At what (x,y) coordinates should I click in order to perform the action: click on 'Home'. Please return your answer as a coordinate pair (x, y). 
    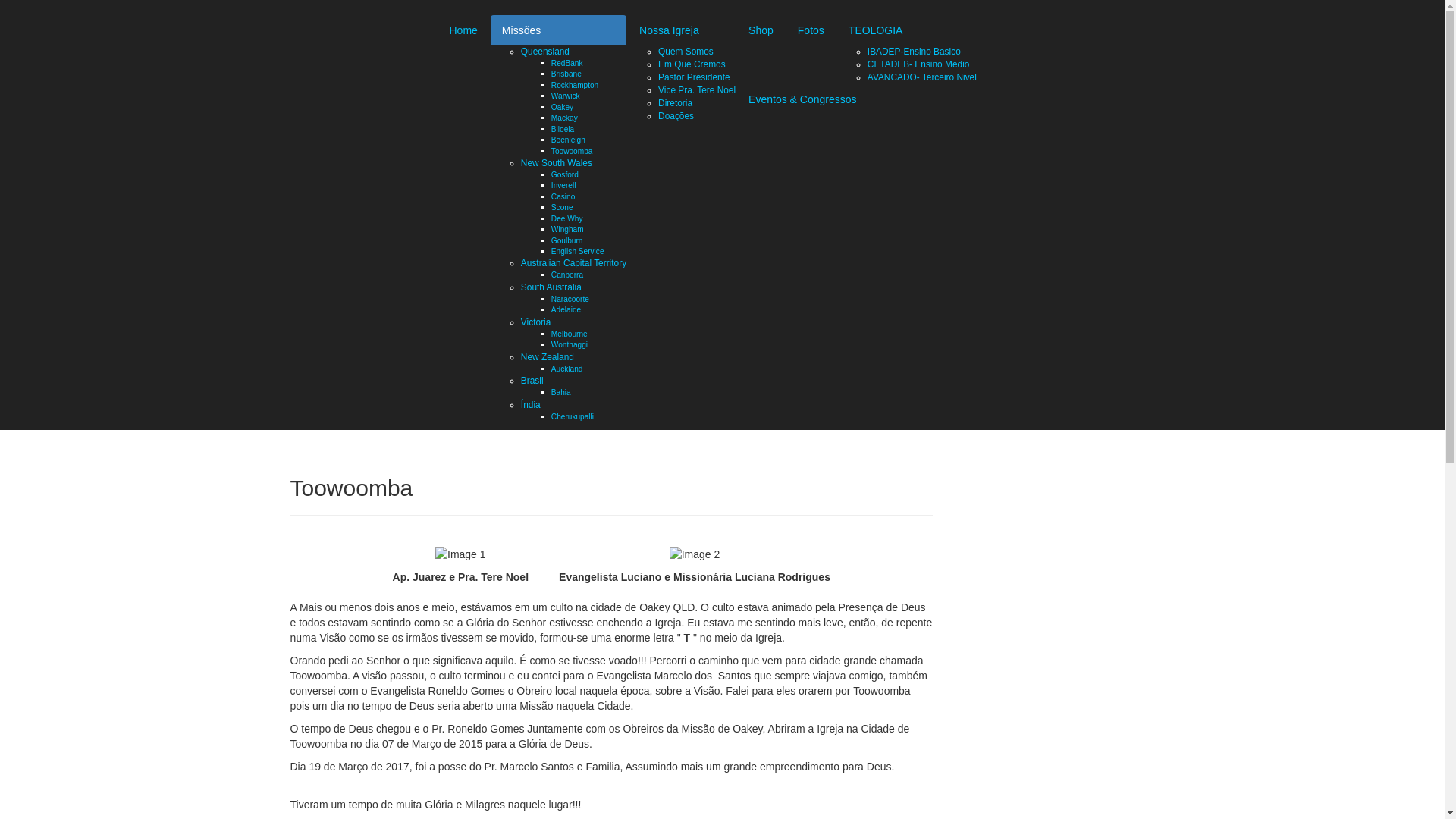
    Looking at the image, I should click on (463, 30).